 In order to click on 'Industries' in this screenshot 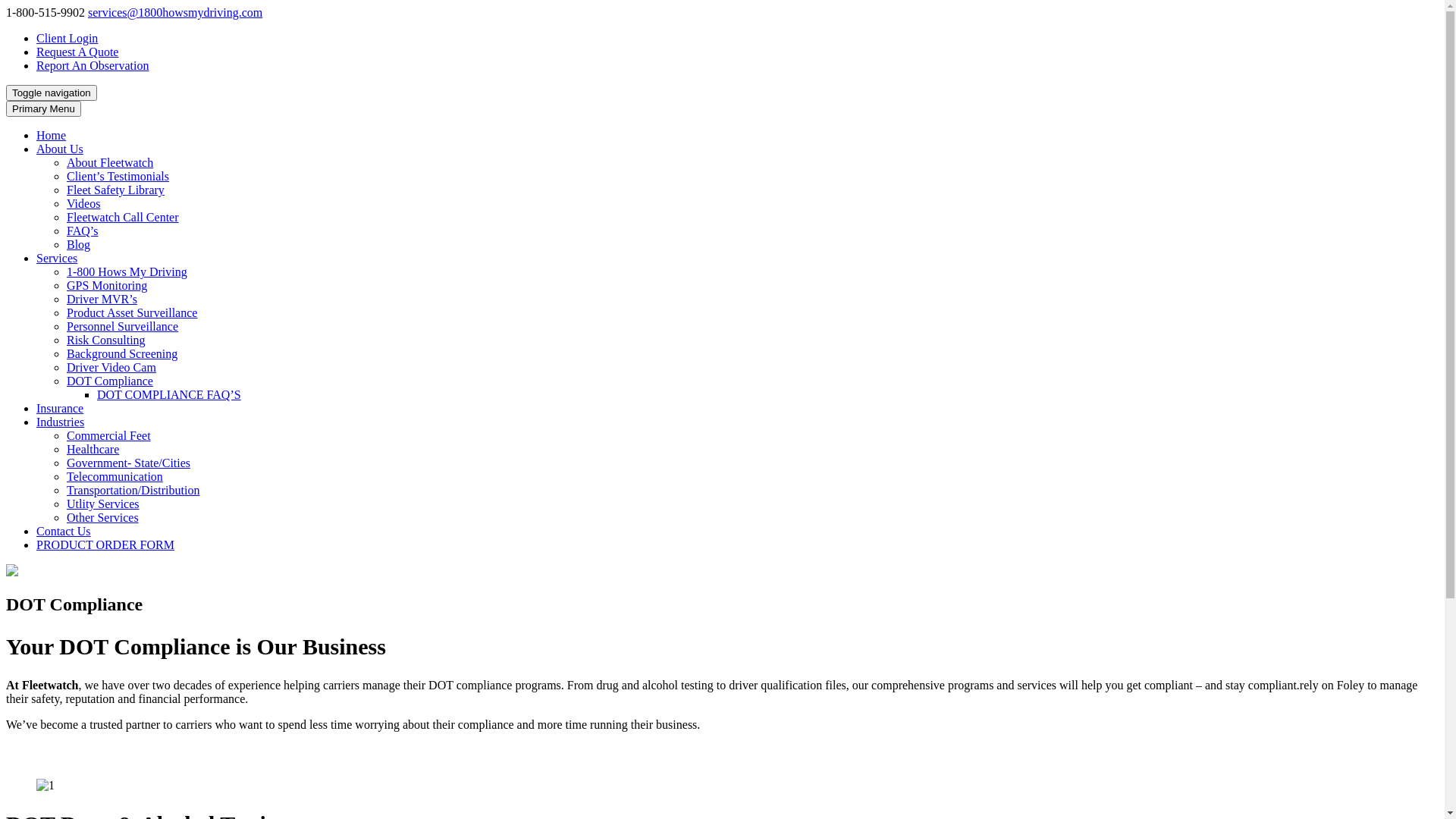, I will do `click(60, 422)`.